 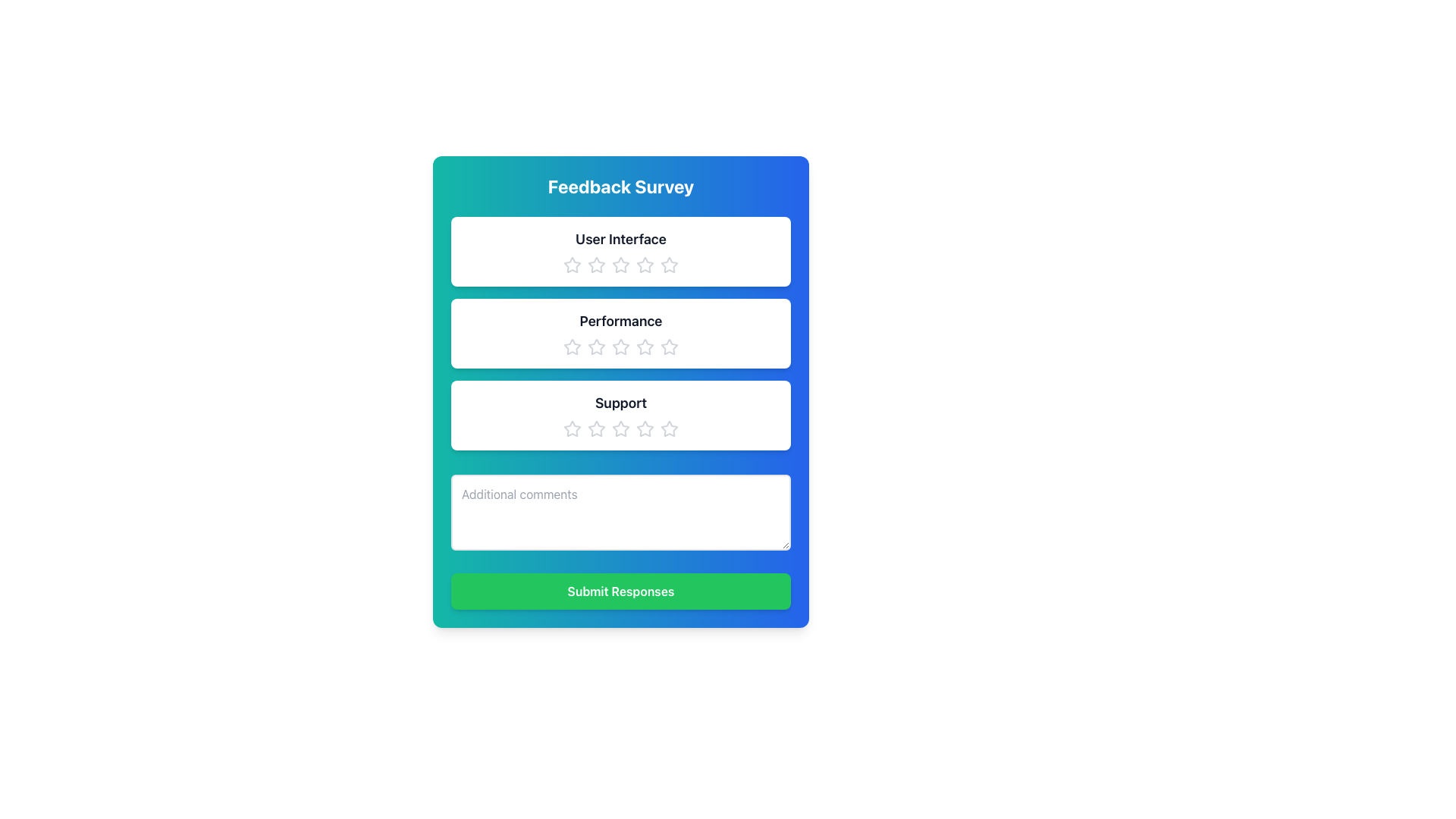 I want to click on the submit button located at the bottom of the feedback form card, so click(x=621, y=590).